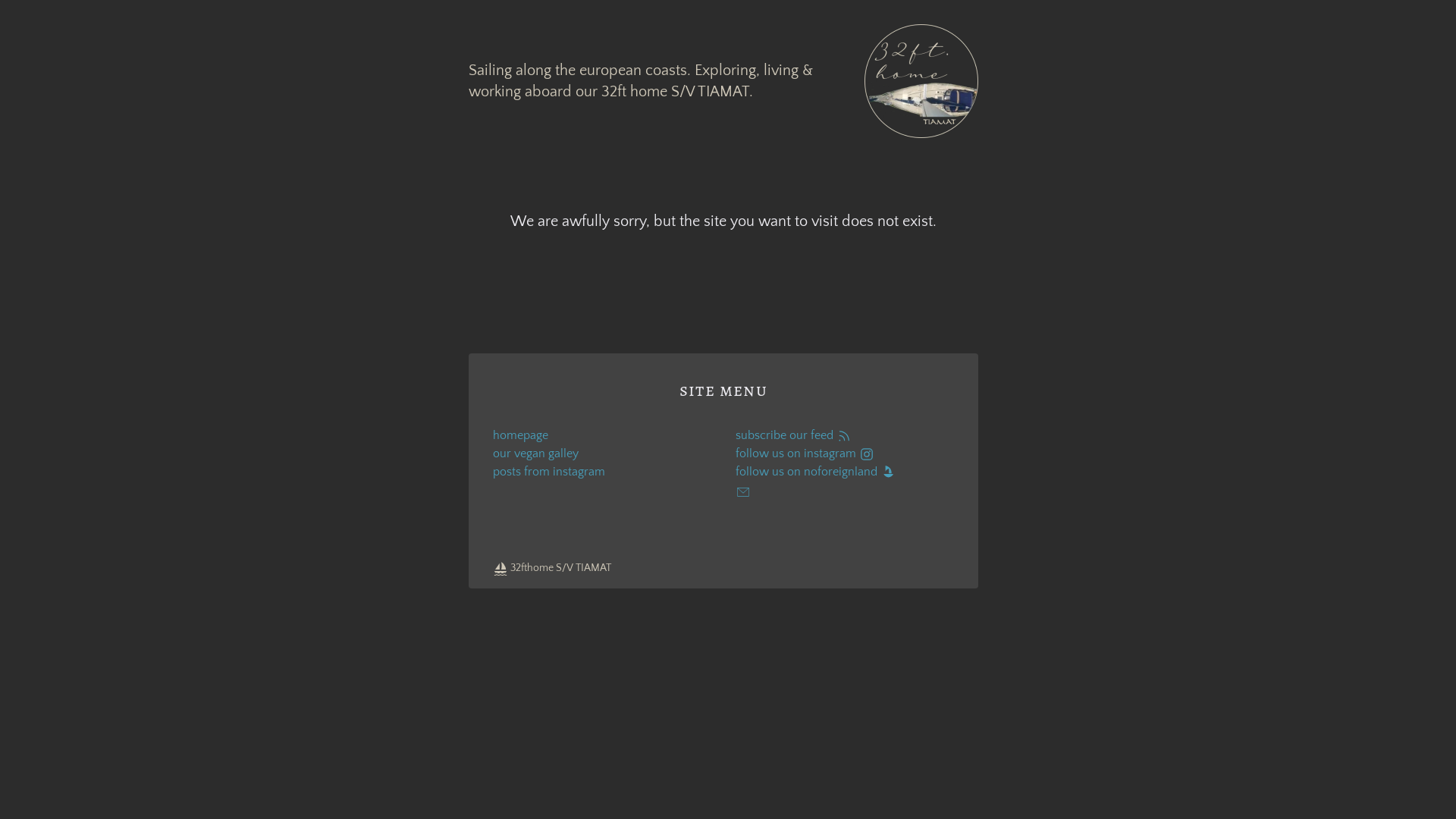 Image resolution: width=1456 pixels, height=819 pixels. I want to click on '32fthome S/V TIAMAT', so click(551, 567).